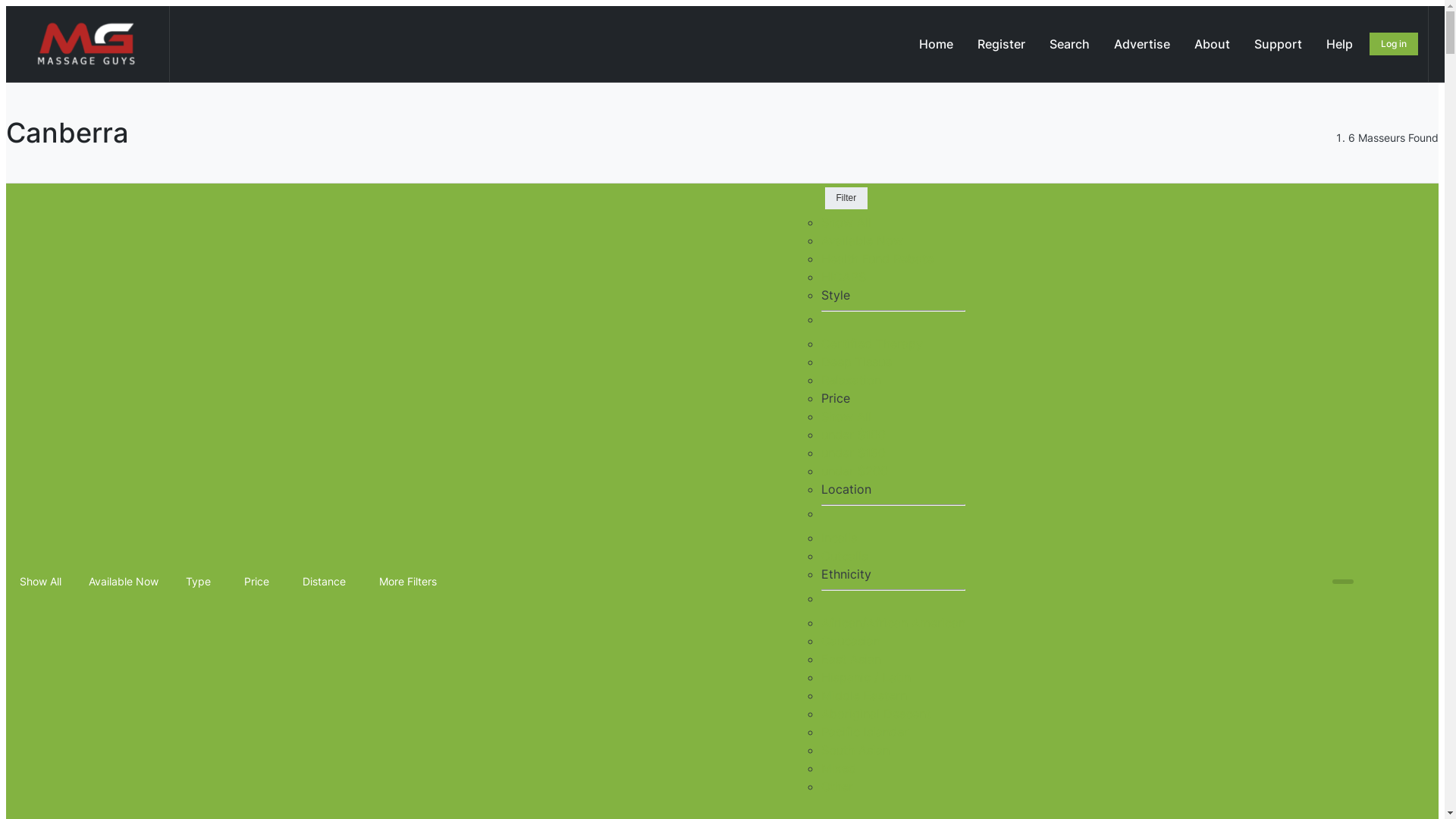 The height and width of the screenshot is (819, 1456). What do you see at coordinates (1142, 42) in the screenshot?
I see `'Advertise'` at bounding box center [1142, 42].